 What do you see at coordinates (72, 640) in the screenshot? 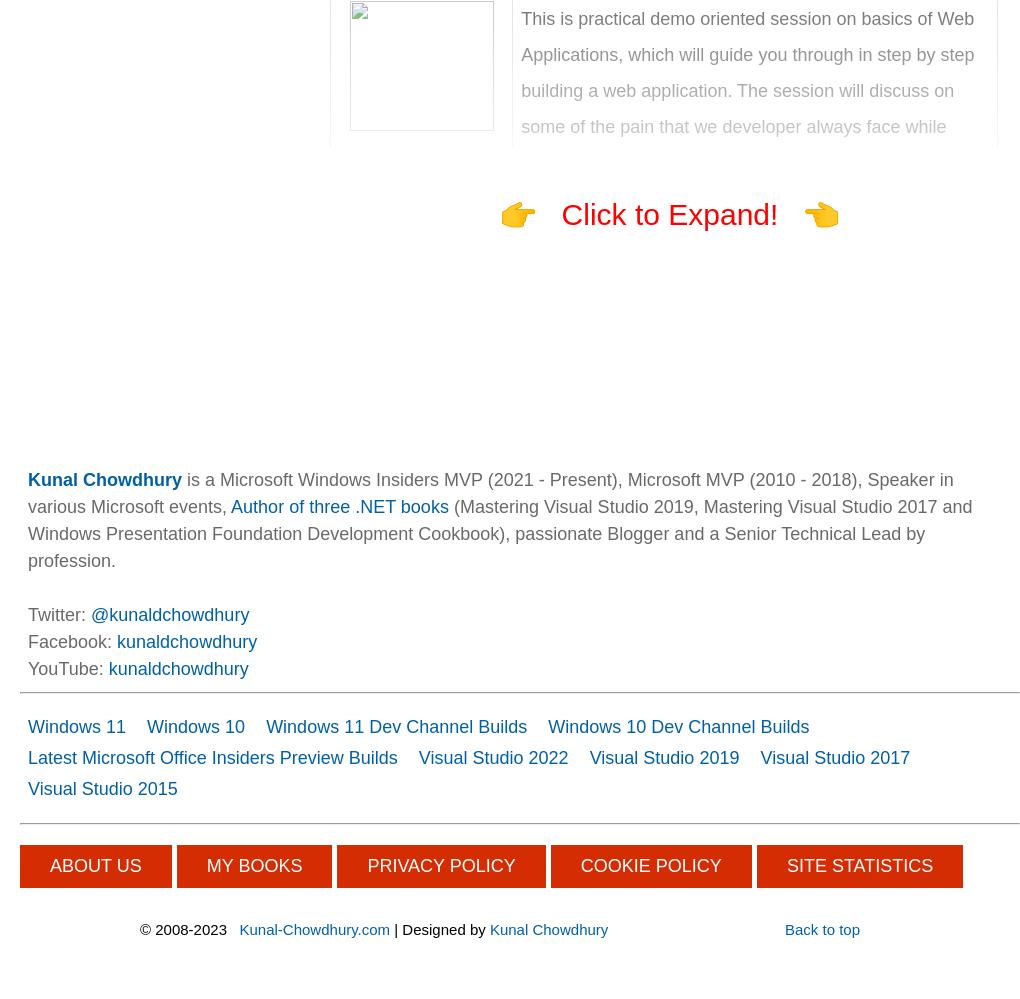
I see `'Facebook:'` at bounding box center [72, 640].